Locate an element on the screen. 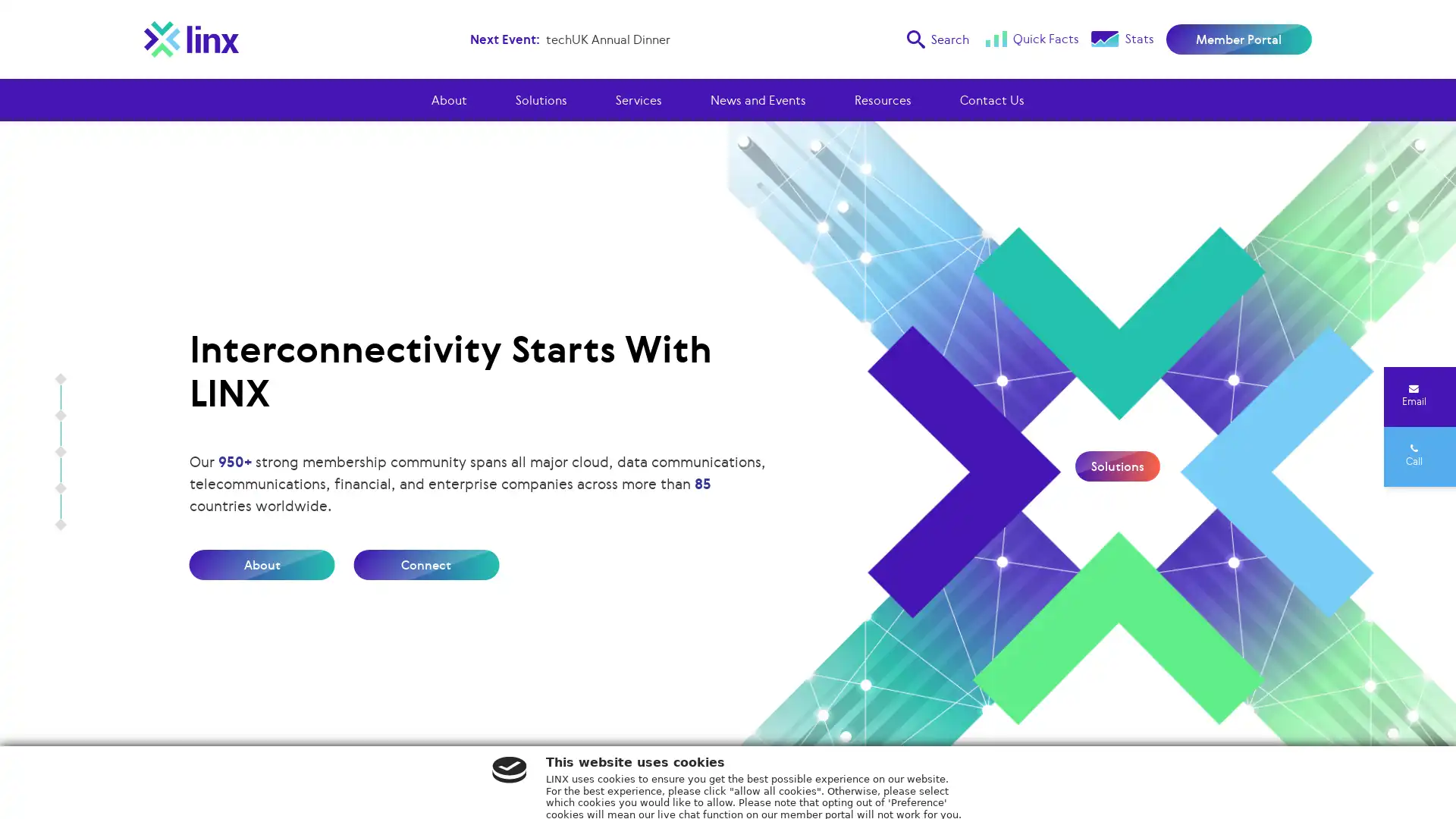 This screenshot has width=1456, height=819. Search is located at coordinates (937, 38).